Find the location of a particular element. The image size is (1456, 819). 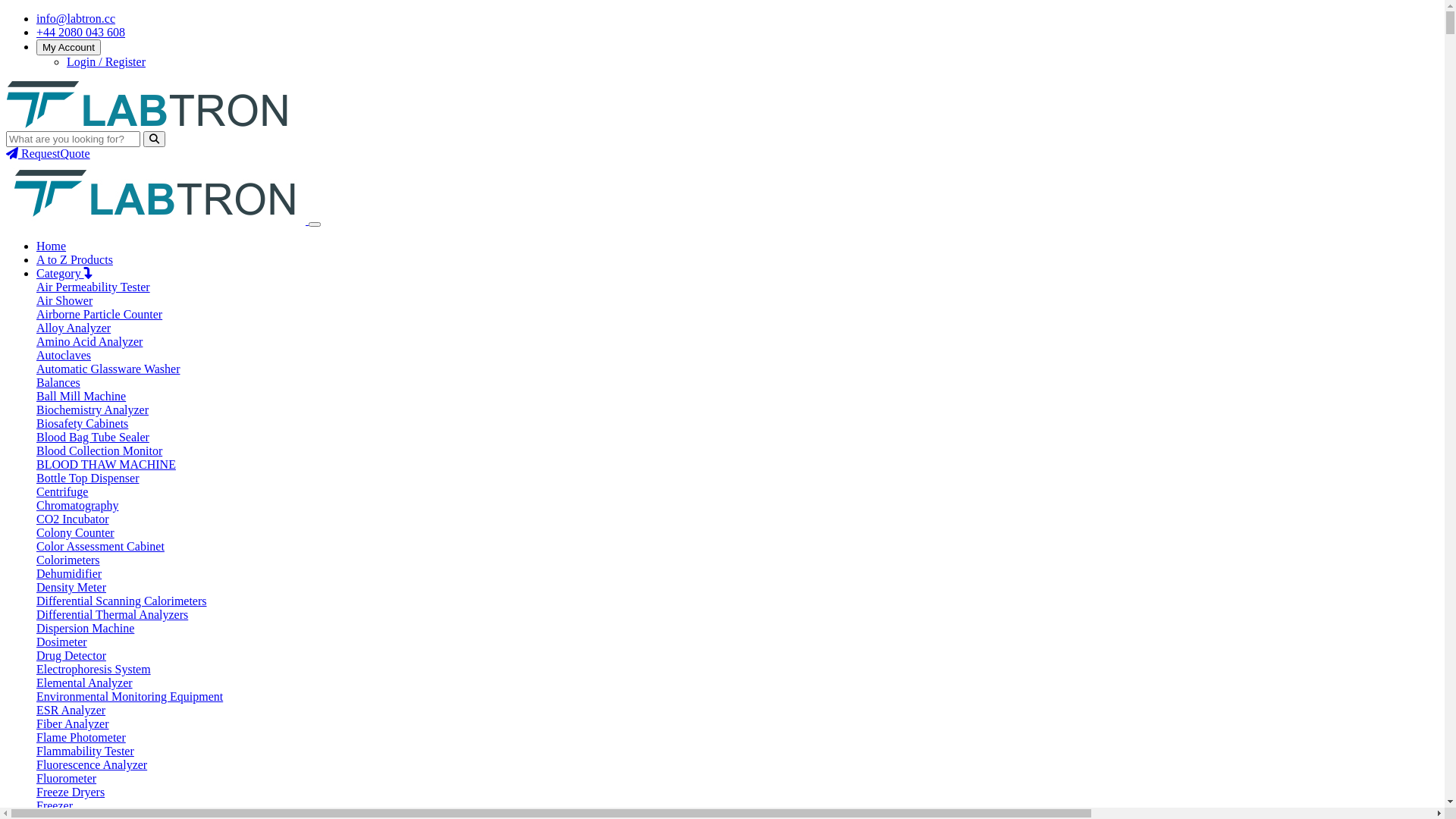

'Flammability Tester' is located at coordinates (84, 751).